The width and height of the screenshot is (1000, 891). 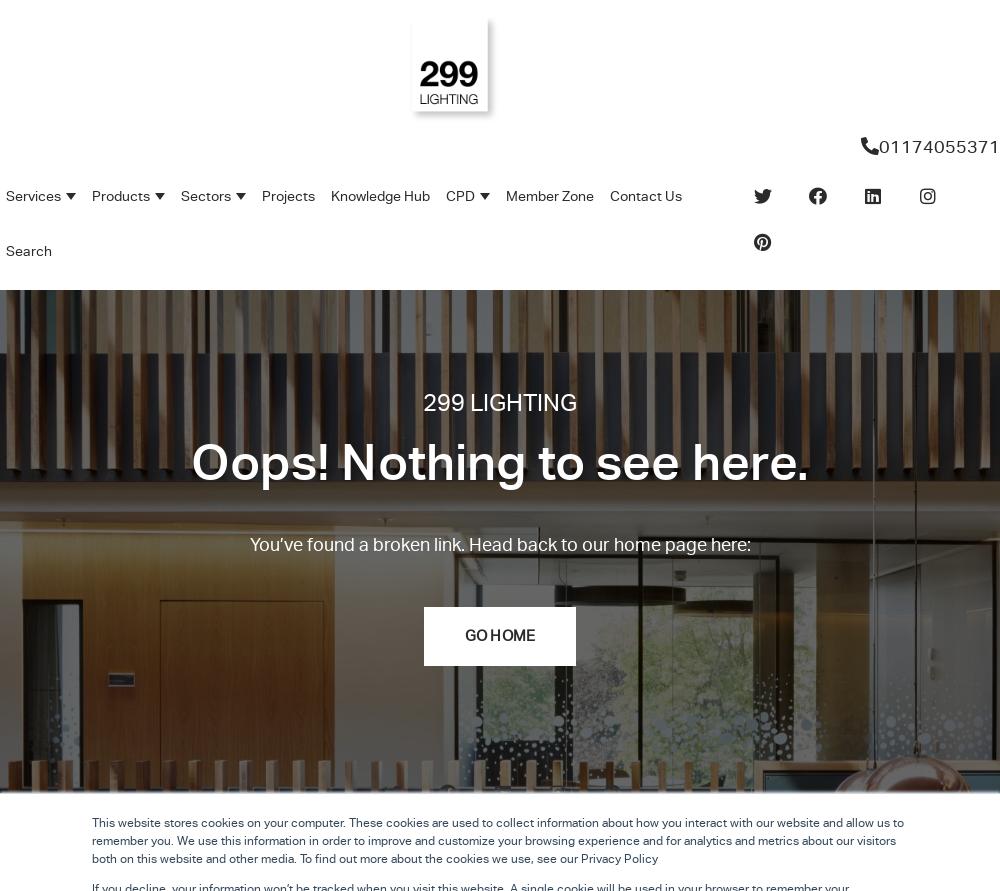 I want to click on 'Contact Us', so click(x=646, y=196).